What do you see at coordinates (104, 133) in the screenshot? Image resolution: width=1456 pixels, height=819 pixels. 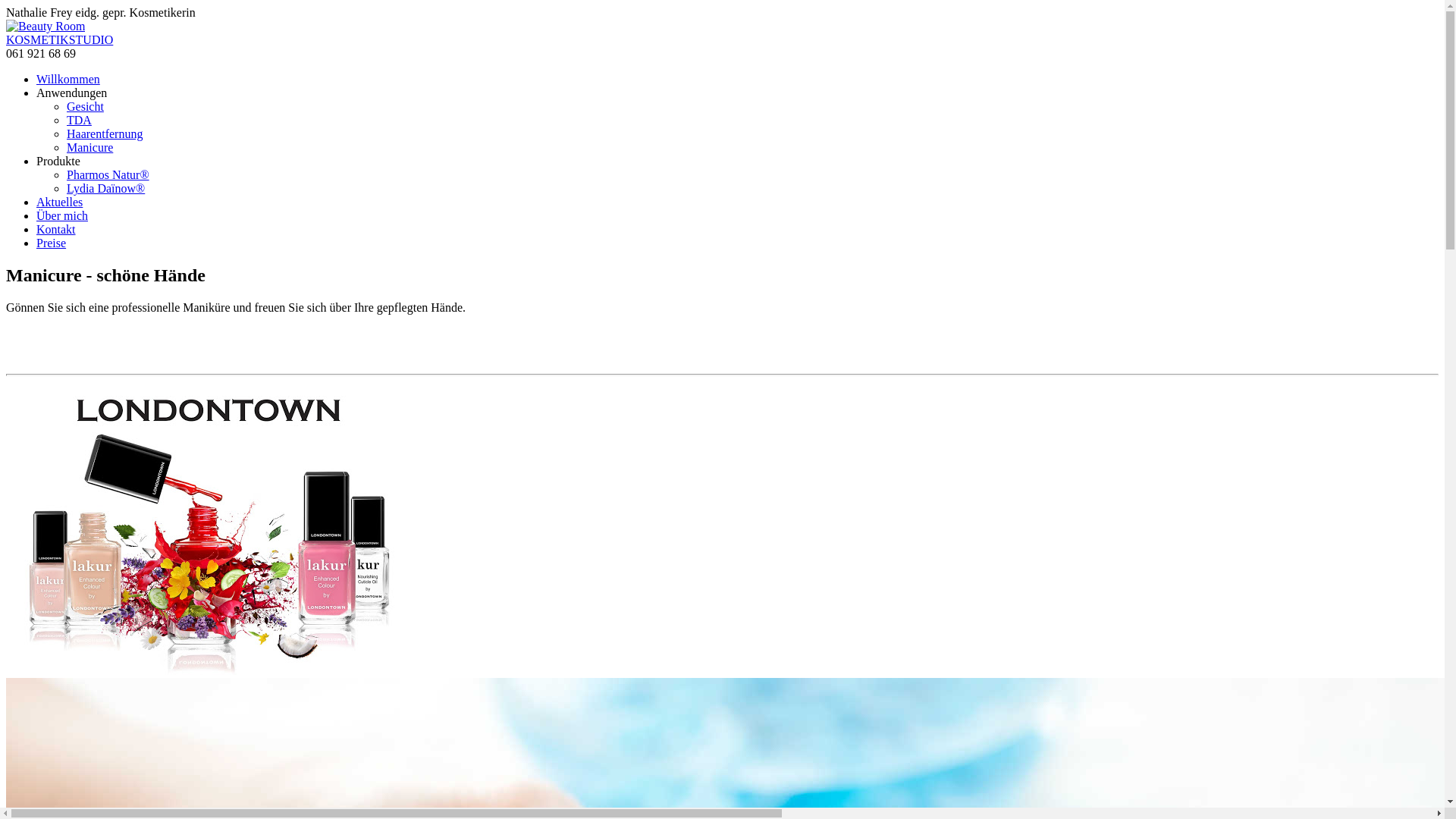 I see `'Haarentfernung'` at bounding box center [104, 133].